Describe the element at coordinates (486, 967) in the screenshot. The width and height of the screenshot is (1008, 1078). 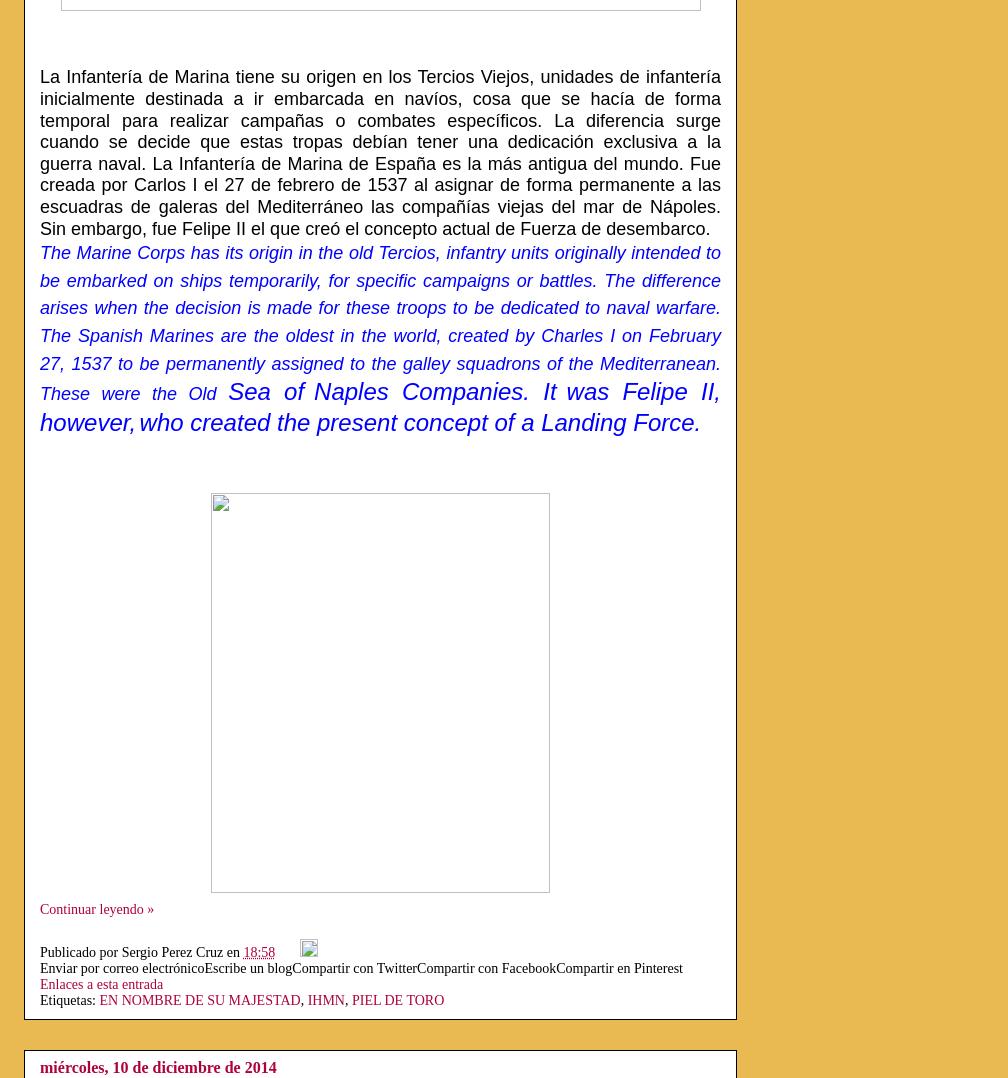
I see `'Compartir con Facebook'` at that location.